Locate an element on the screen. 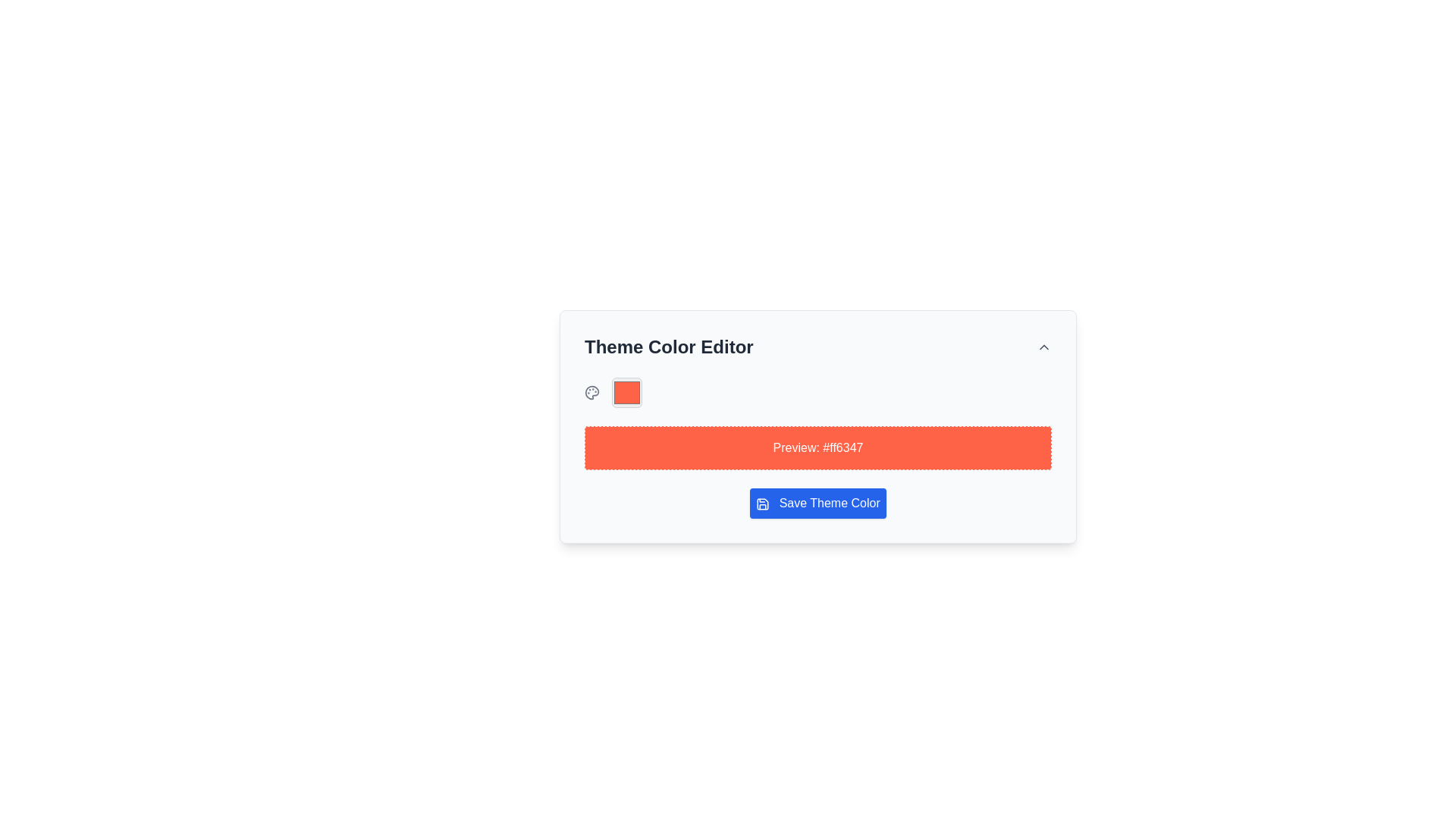  the rectangular button with a blue background and white text 'Save Theme Color' is located at coordinates (817, 503).